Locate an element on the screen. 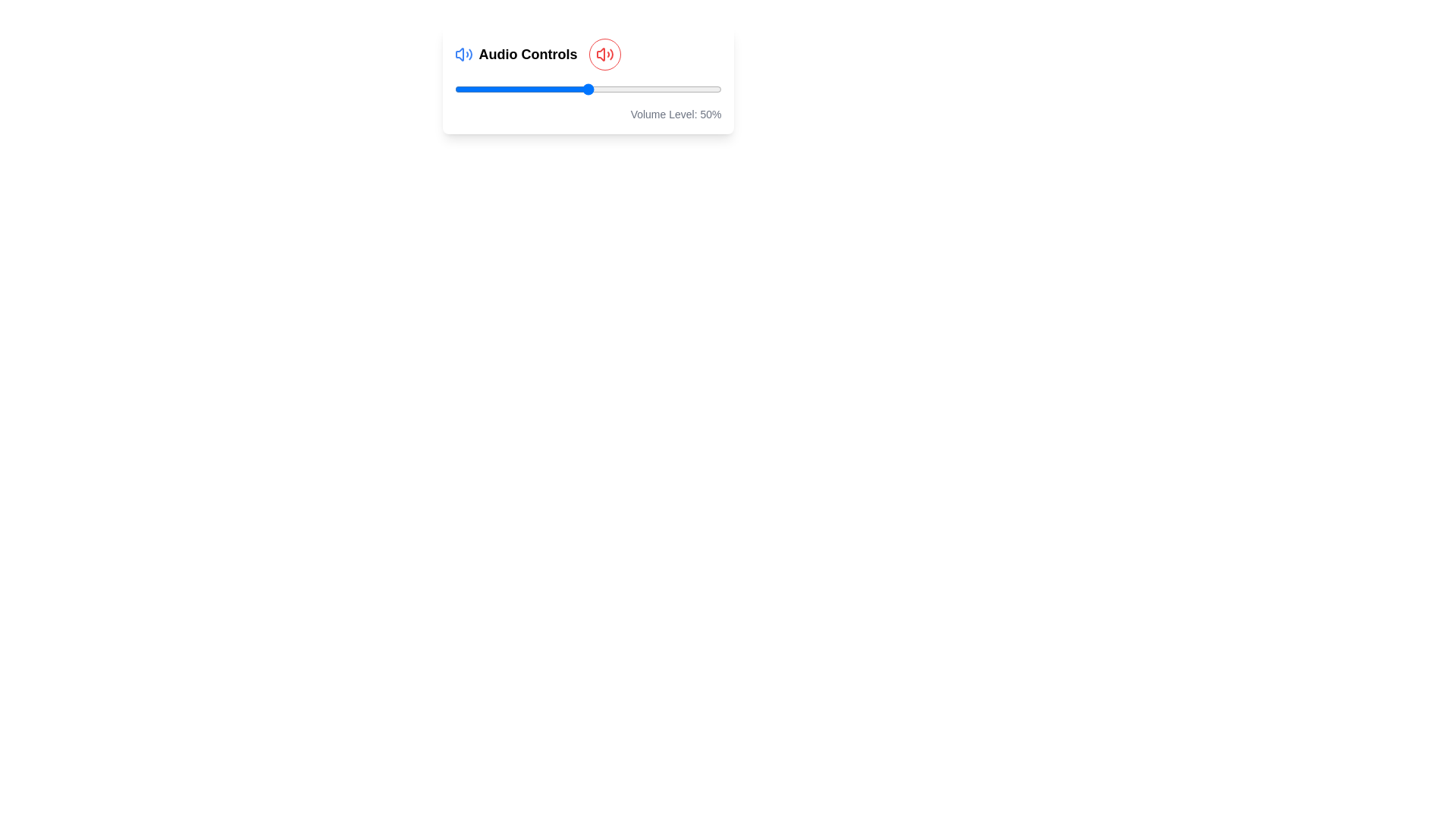 The width and height of the screenshot is (1456, 819). mute button to toggle its state is located at coordinates (604, 54).